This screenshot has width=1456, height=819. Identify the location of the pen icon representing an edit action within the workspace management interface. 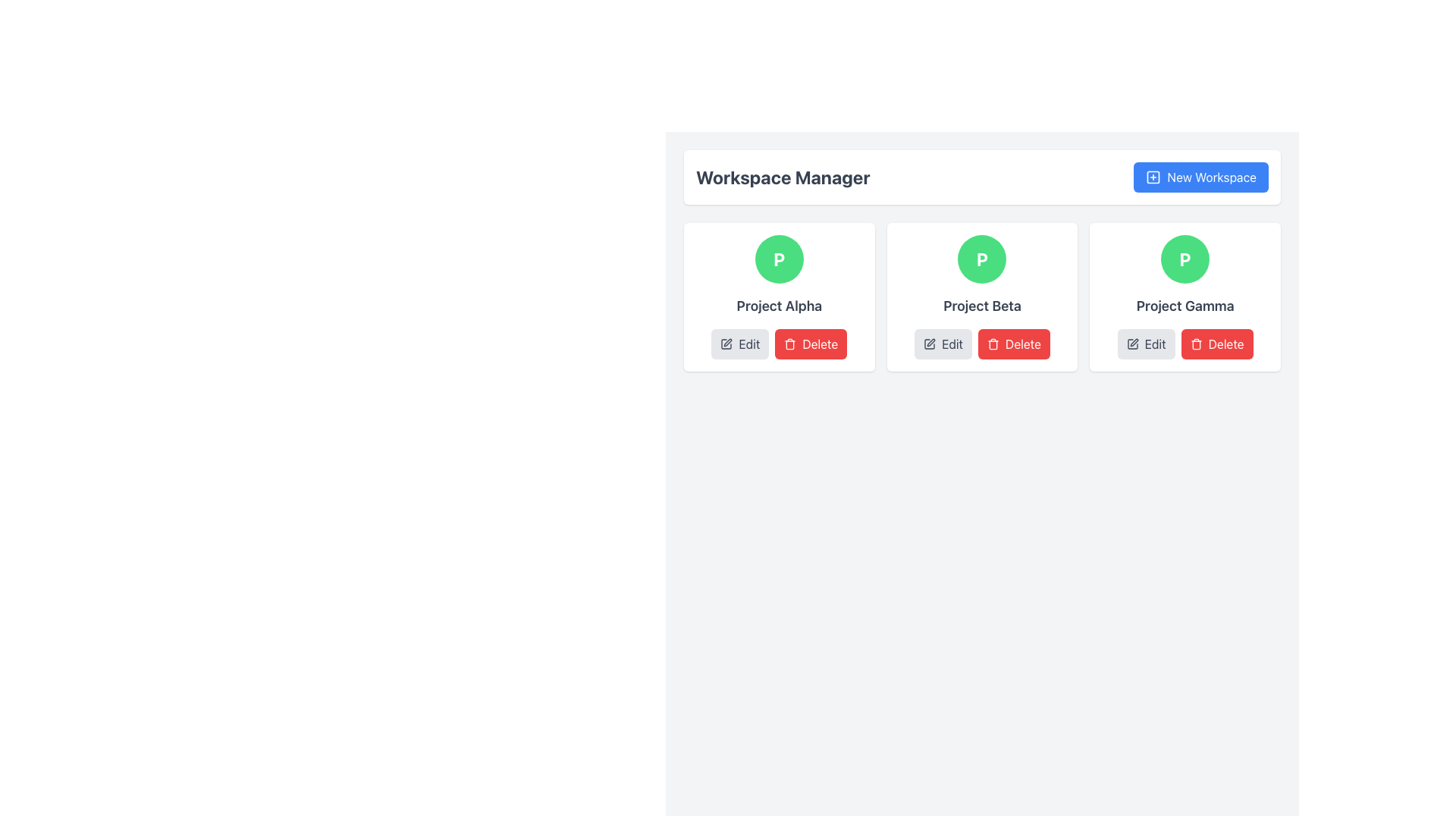
(728, 342).